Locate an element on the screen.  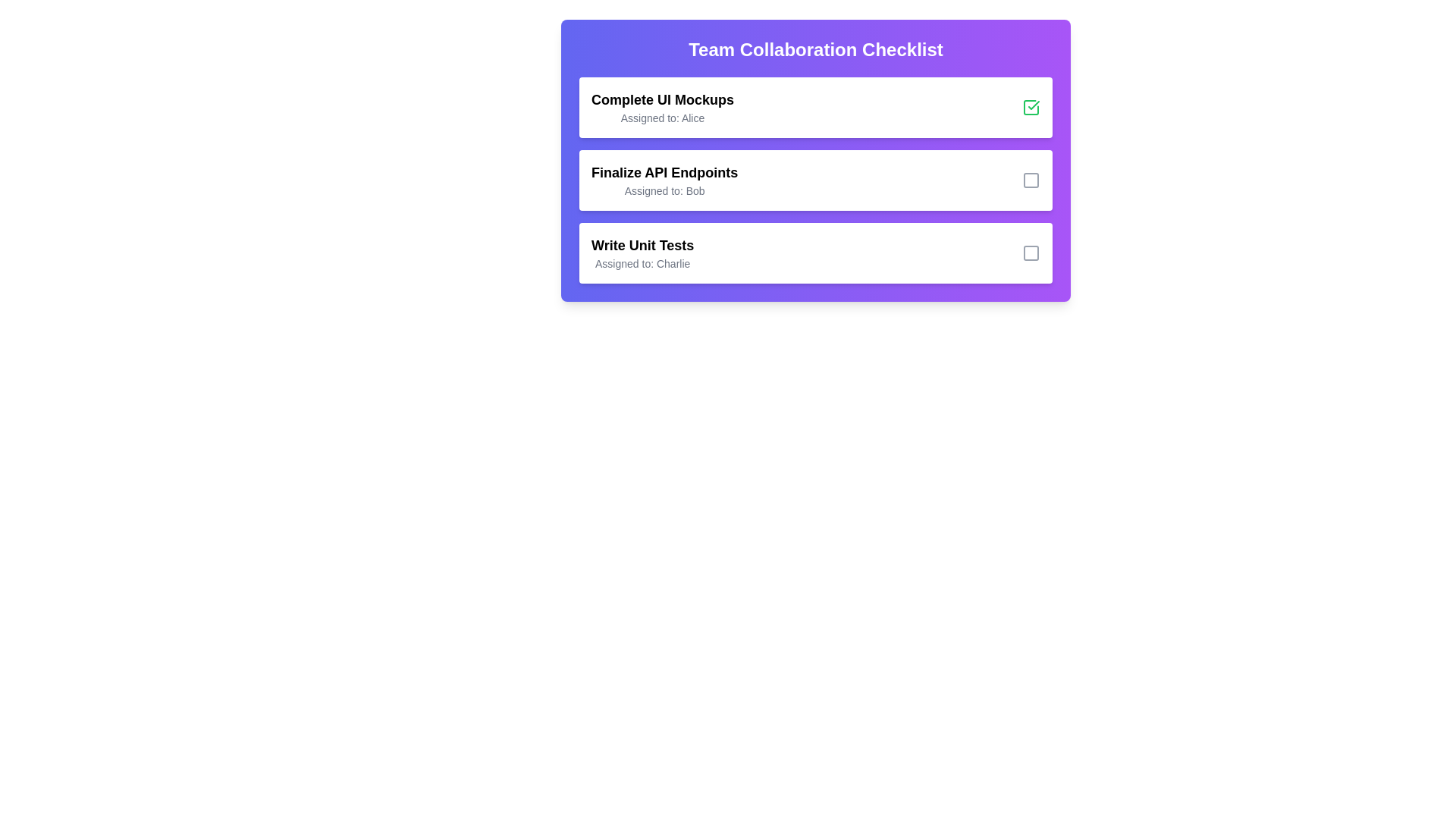
the checklist item labeled 'Finalize API Endpoints' assigned to 'Bob' in the 'Team Collaboration Checklist' is located at coordinates (814, 180).